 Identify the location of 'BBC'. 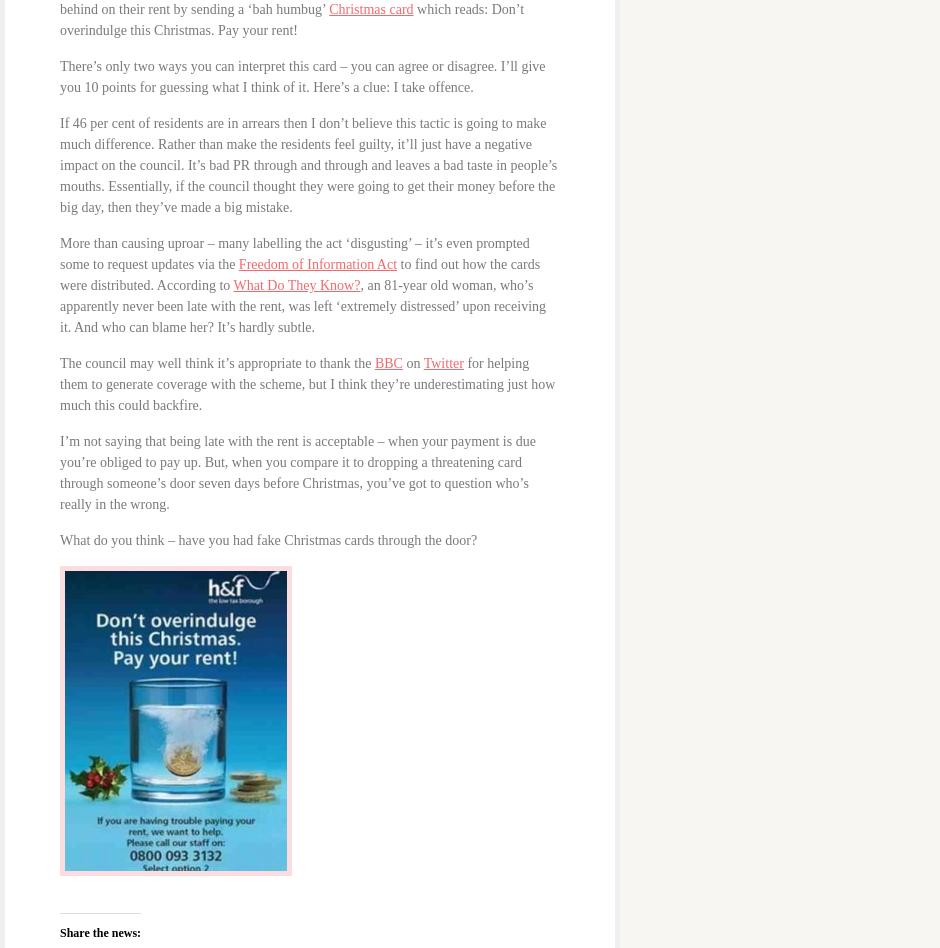
(387, 361).